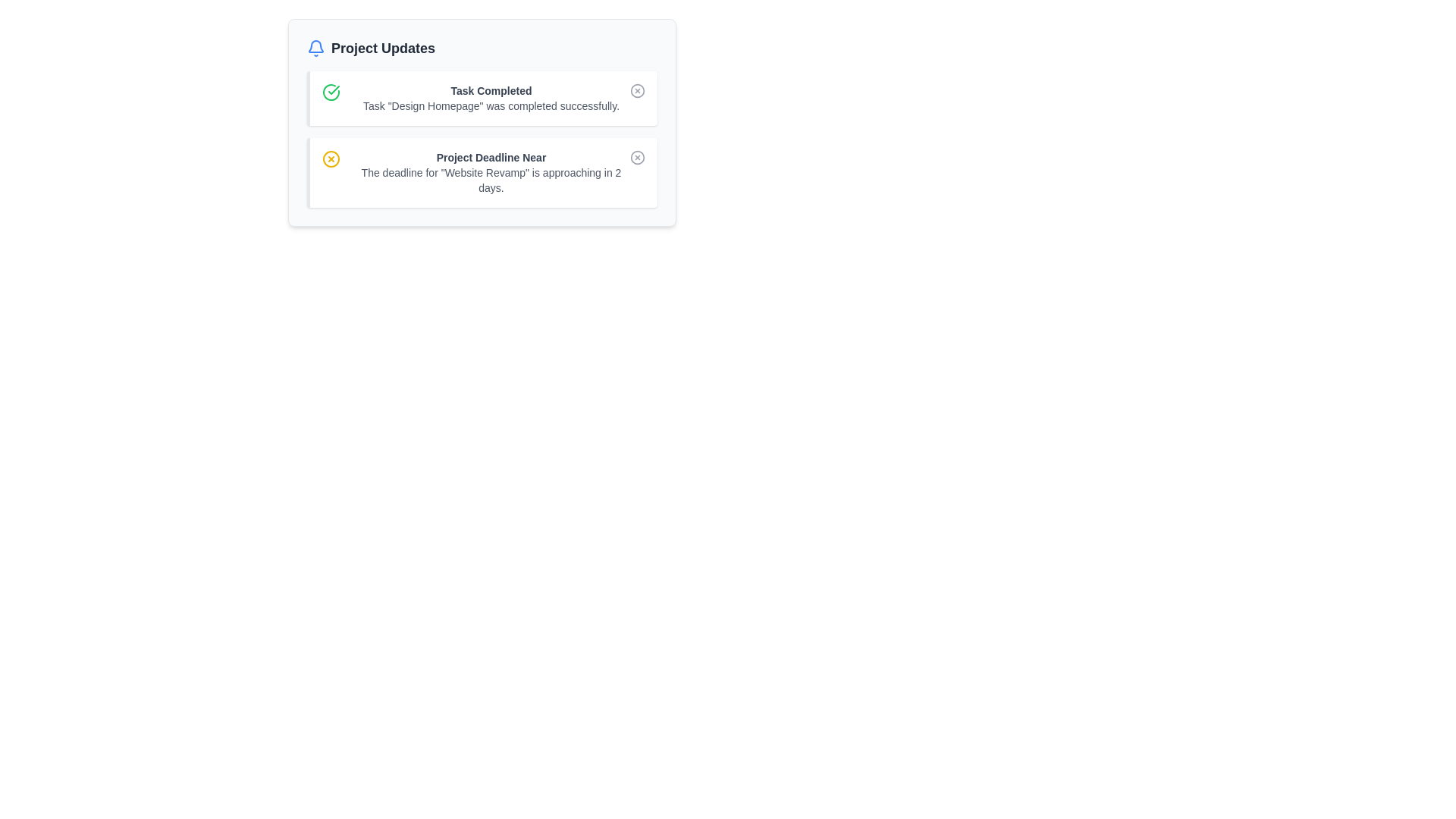  What do you see at coordinates (330, 158) in the screenshot?
I see `the central circular component of the warning icon in the 'Project Deadline Near' notification card` at bounding box center [330, 158].